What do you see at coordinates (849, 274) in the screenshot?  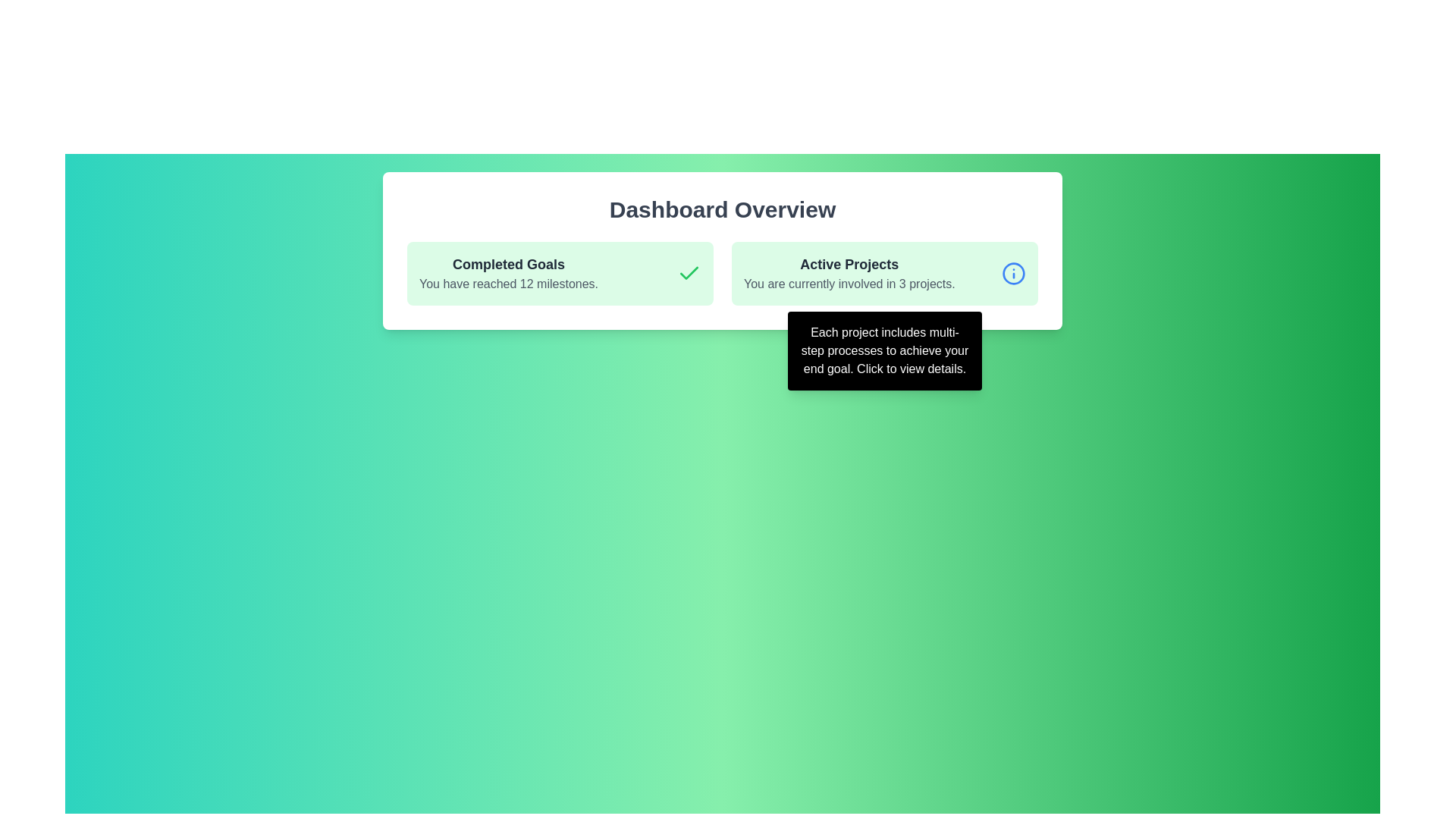 I see `the static text display that summarizes the number of active projects, located to the right of the 'Completed Goals' card in the 'Dashboard Overview' section` at bounding box center [849, 274].